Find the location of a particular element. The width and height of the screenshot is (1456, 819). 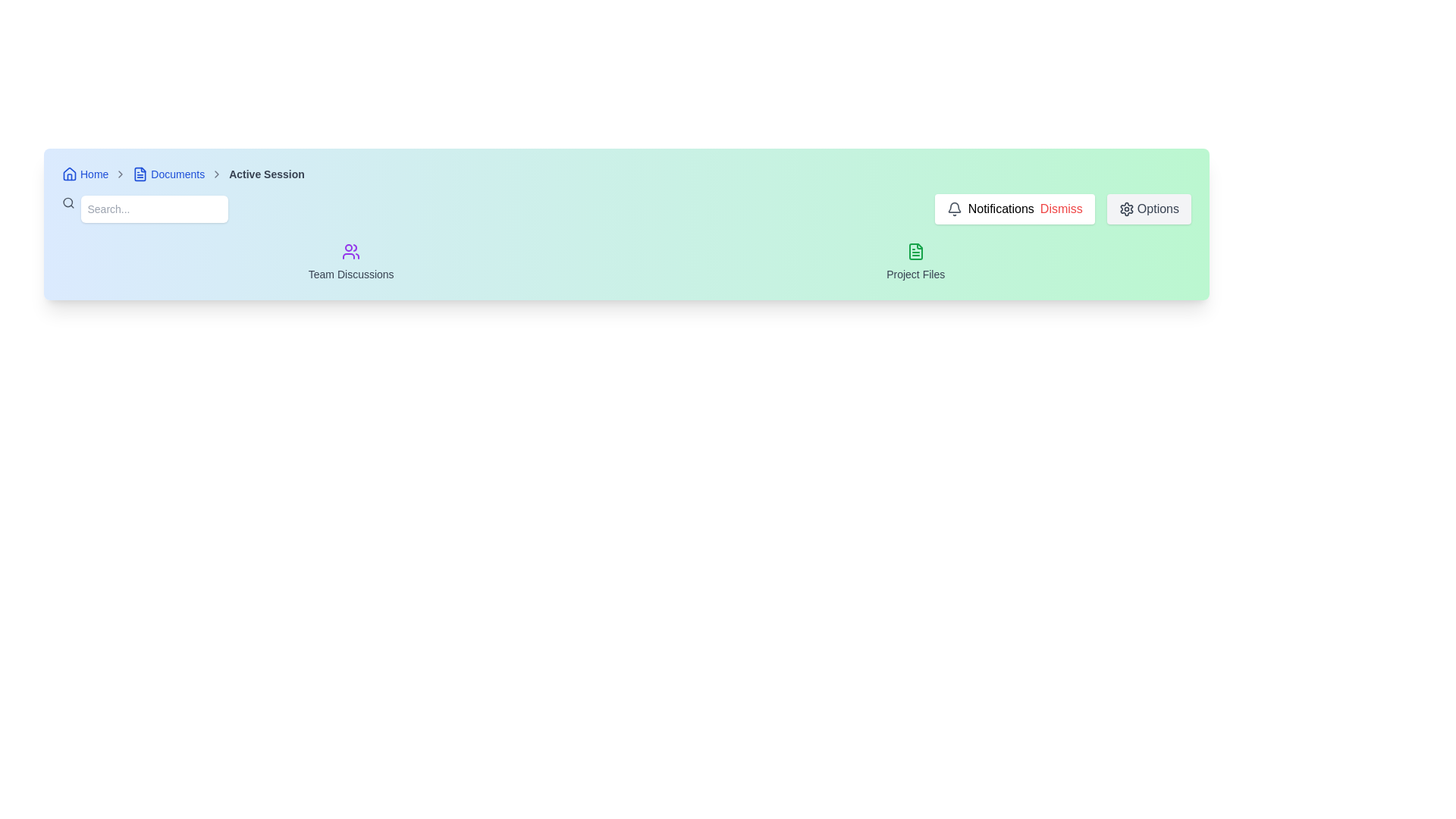

the chevron icon in the breadcrumb navigation bar that separates 'Home' and 'Documents' is located at coordinates (120, 174).